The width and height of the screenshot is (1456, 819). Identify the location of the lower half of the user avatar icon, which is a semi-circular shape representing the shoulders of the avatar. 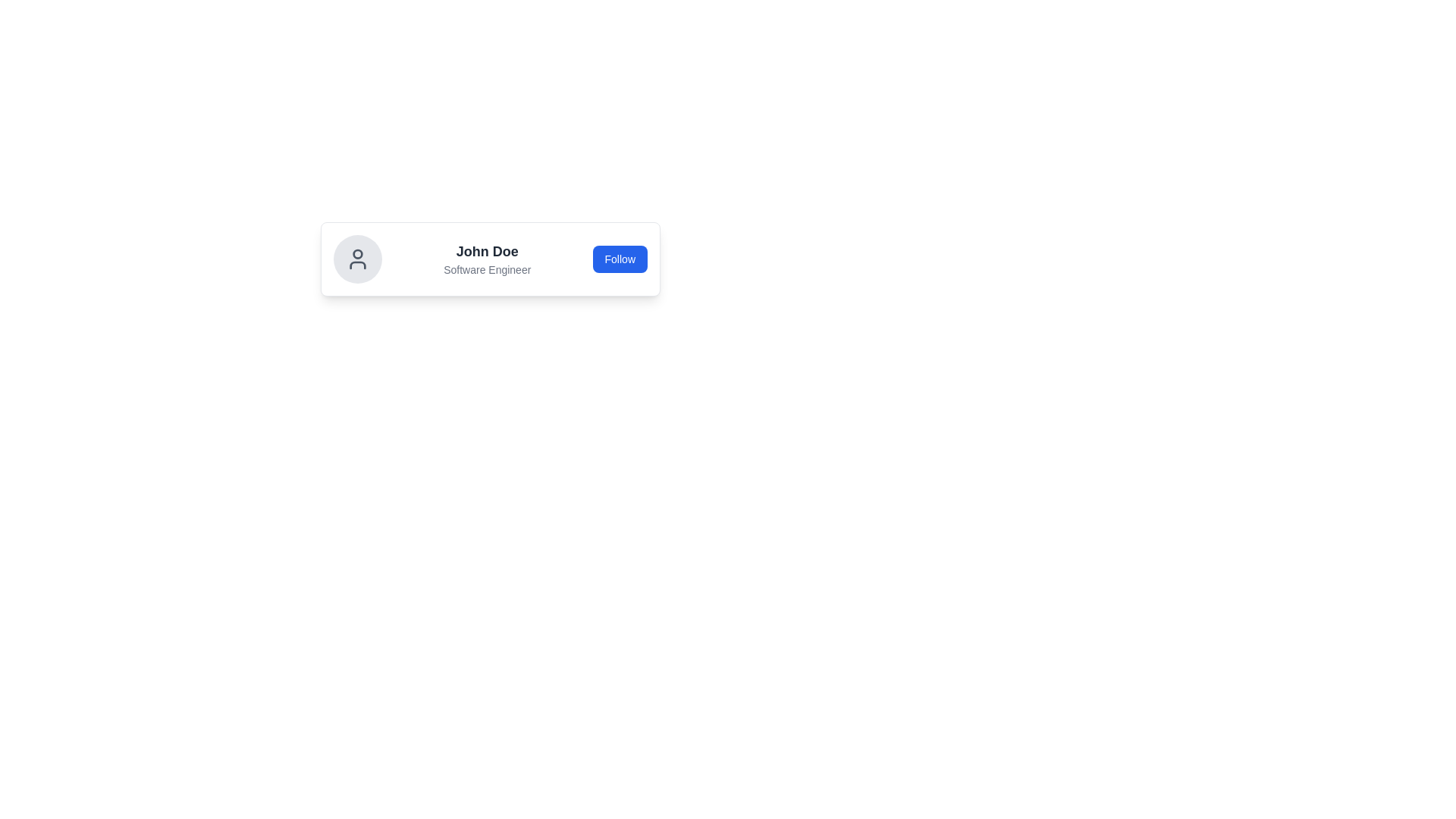
(356, 265).